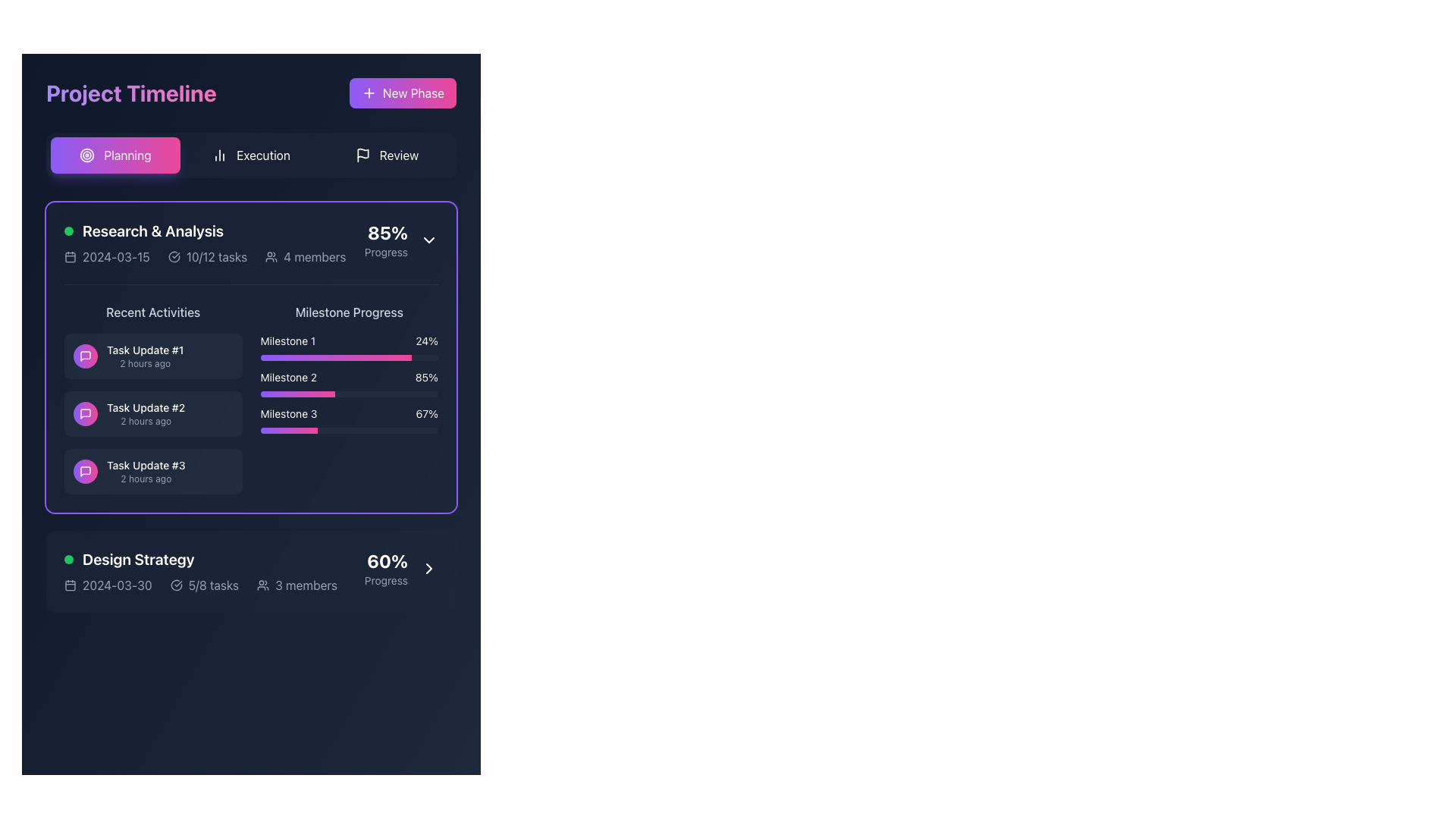 This screenshot has width=1456, height=819. What do you see at coordinates (199, 584) in the screenshot?
I see `informational text and icons displayed in the horizontal alignment at the bottom of the 'Design Strategy' card, which includes a date, task completion ratio with a check icon, and the number of members with a person icon` at bounding box center [199, 584].